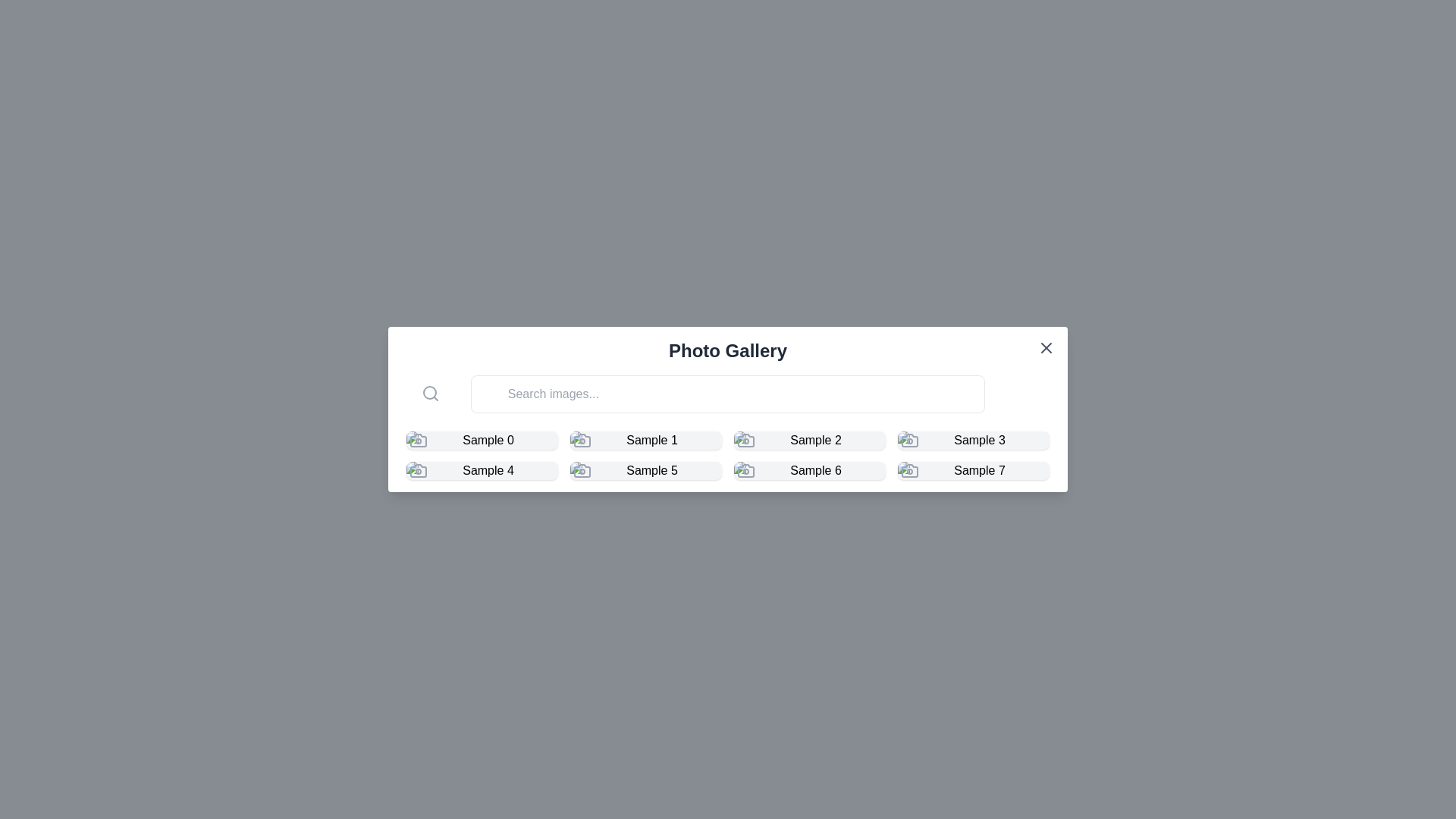 This screenshot has height=819, width=1456. What do you see at coordinates (728, 350) in the screenshot?
I see `text from the bold header labeled 'Photo Gallery', which is prominently displayed at the top-center of the user interface` at bounding box center [728, 350].